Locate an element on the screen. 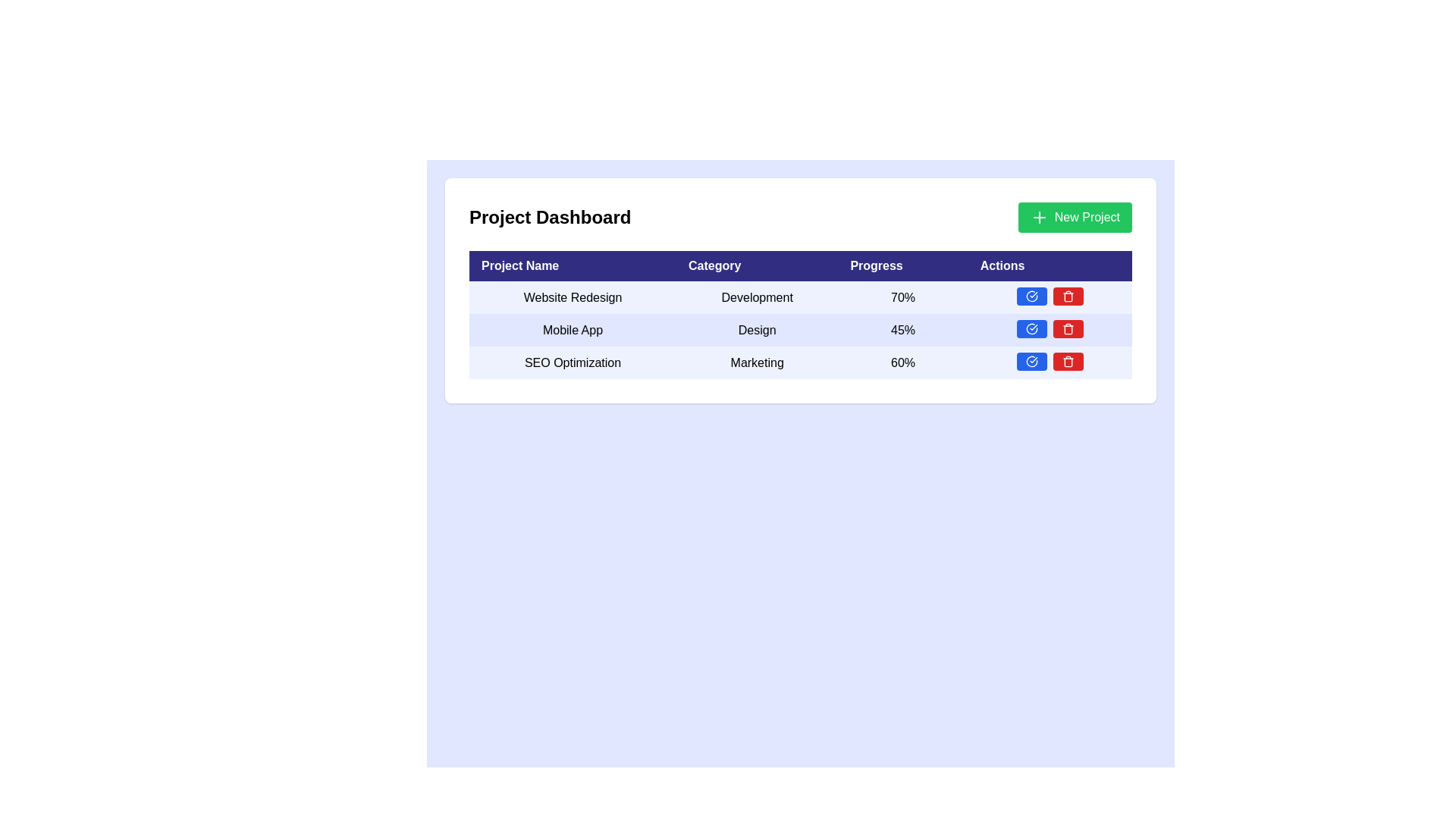 The image size is (1456, 819). the red trashcan icon button in the 'Actions' column for the 'Mobile App' project is located at coordinates (1067, 297).